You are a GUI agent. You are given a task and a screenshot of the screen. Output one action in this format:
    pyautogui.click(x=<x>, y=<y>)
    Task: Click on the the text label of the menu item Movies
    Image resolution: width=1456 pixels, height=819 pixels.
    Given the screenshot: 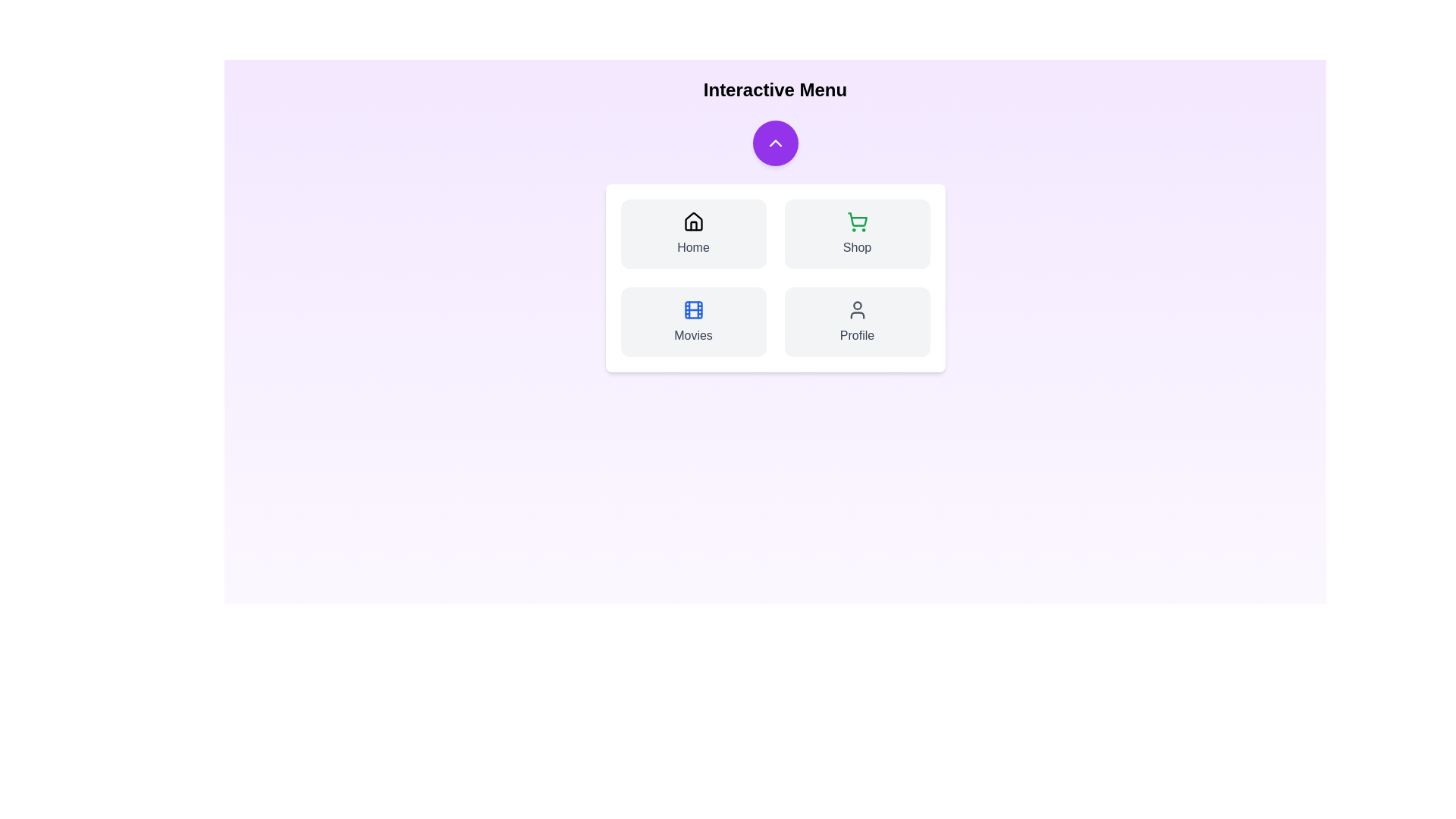 What is the action you would take?
    pyautogui.click(x=692, y=335)
    